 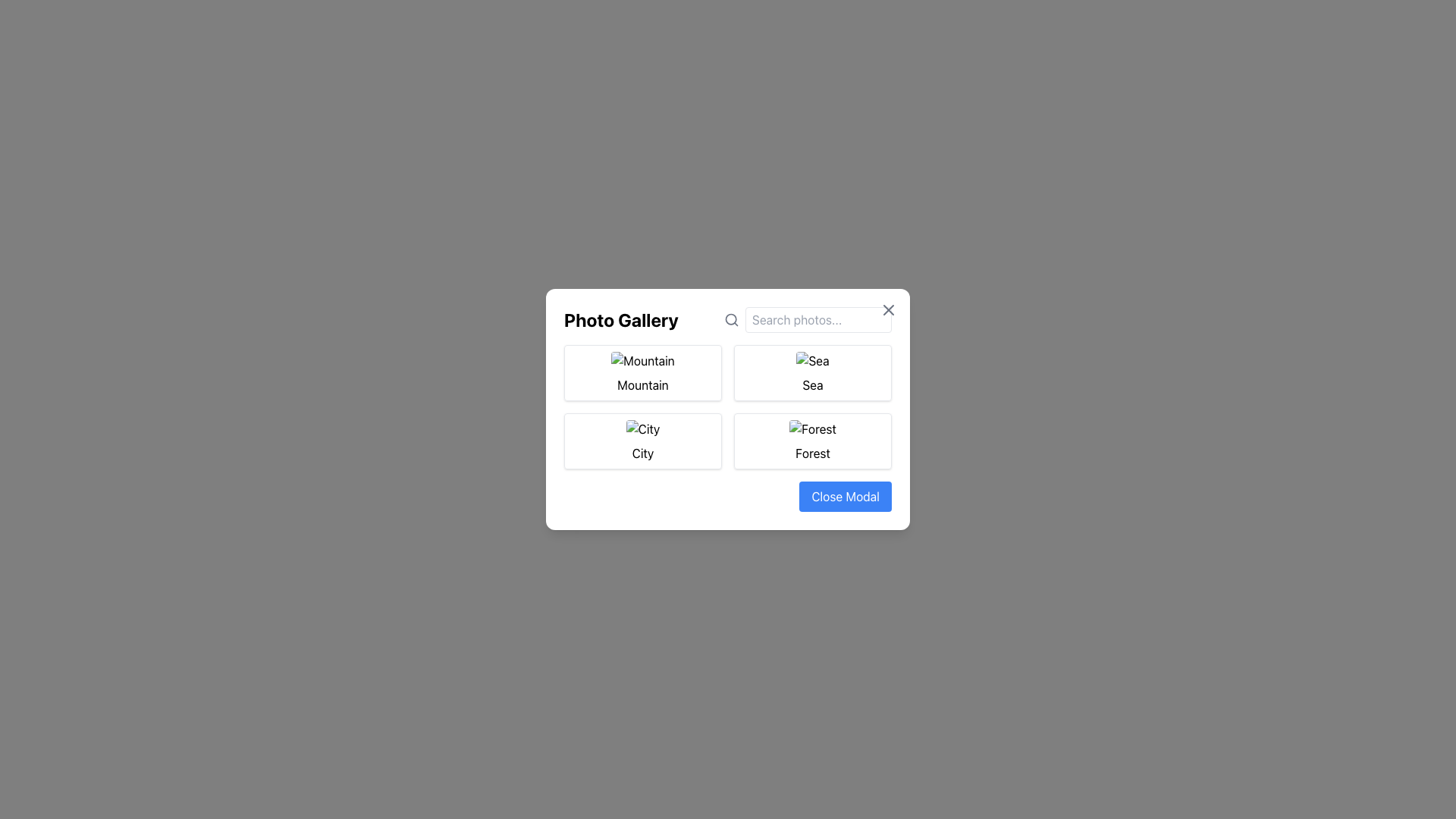 I want to click on the image placeholder for 'Sea' located in the upper-right quadrant of the 'Photo Gallery' modal, so click(x=811, y=360).